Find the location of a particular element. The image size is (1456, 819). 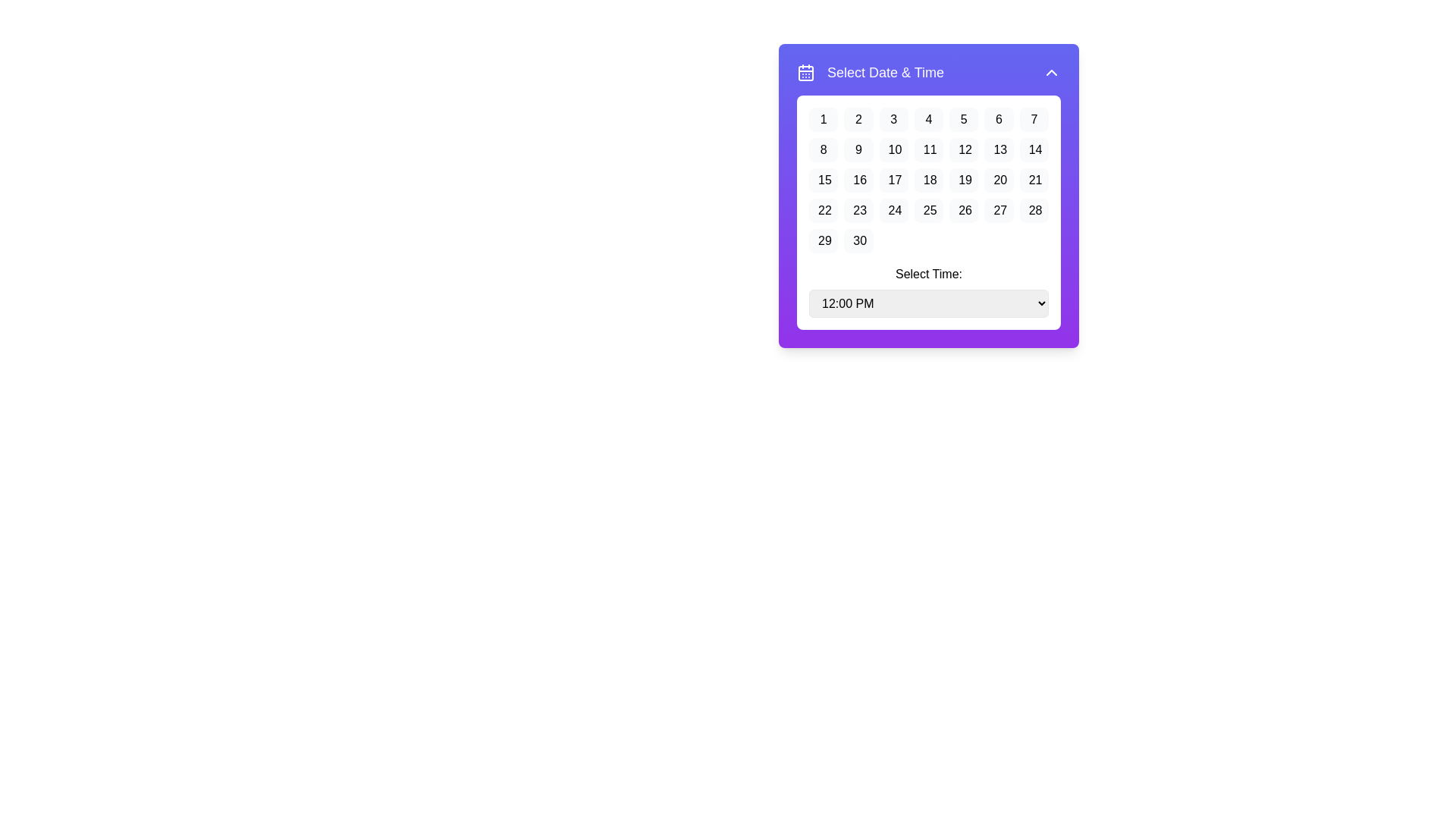

the fourth day button in the second row of the calendar interface is located at coordinates (927, 149).